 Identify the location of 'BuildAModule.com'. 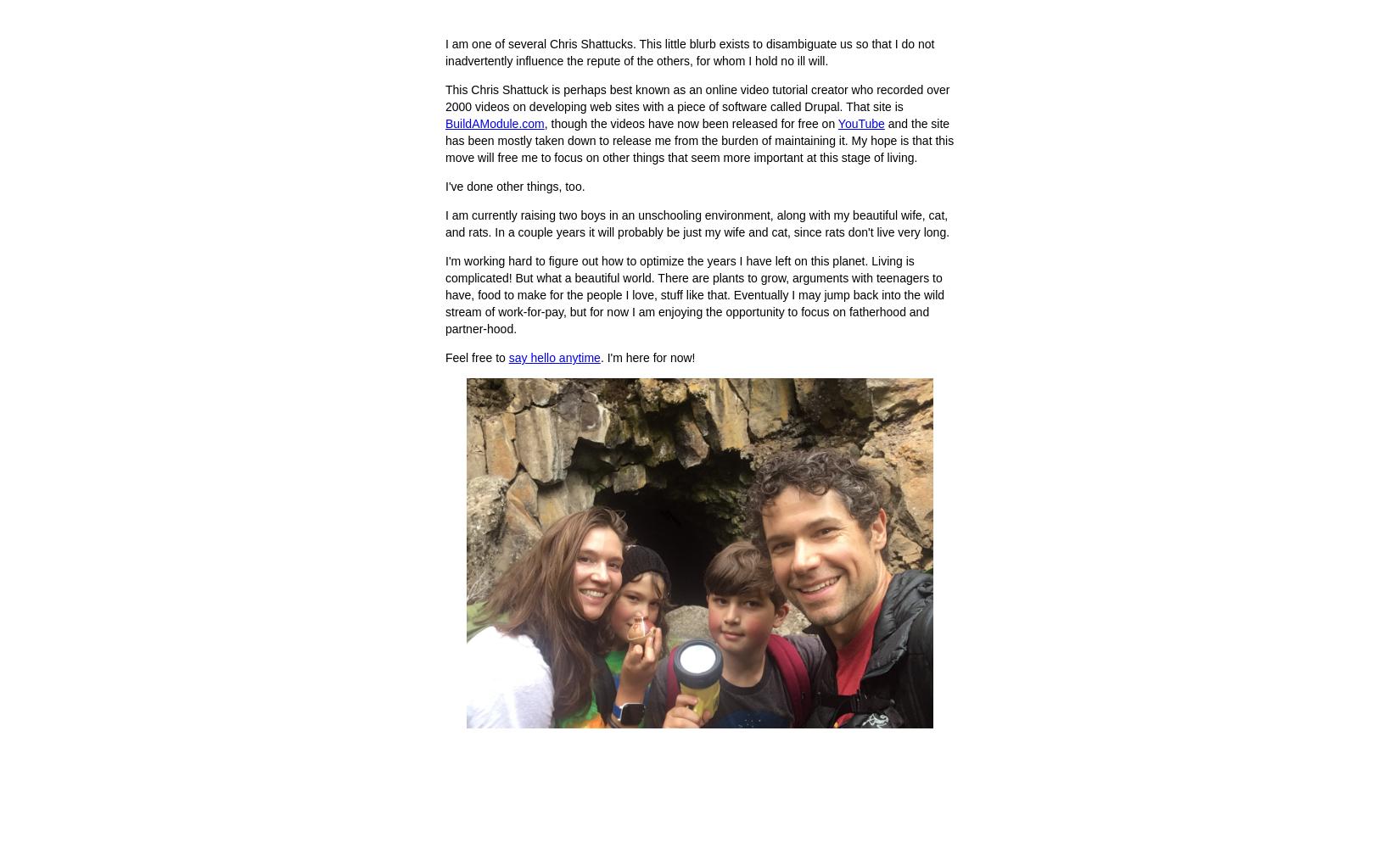
(493, 124).